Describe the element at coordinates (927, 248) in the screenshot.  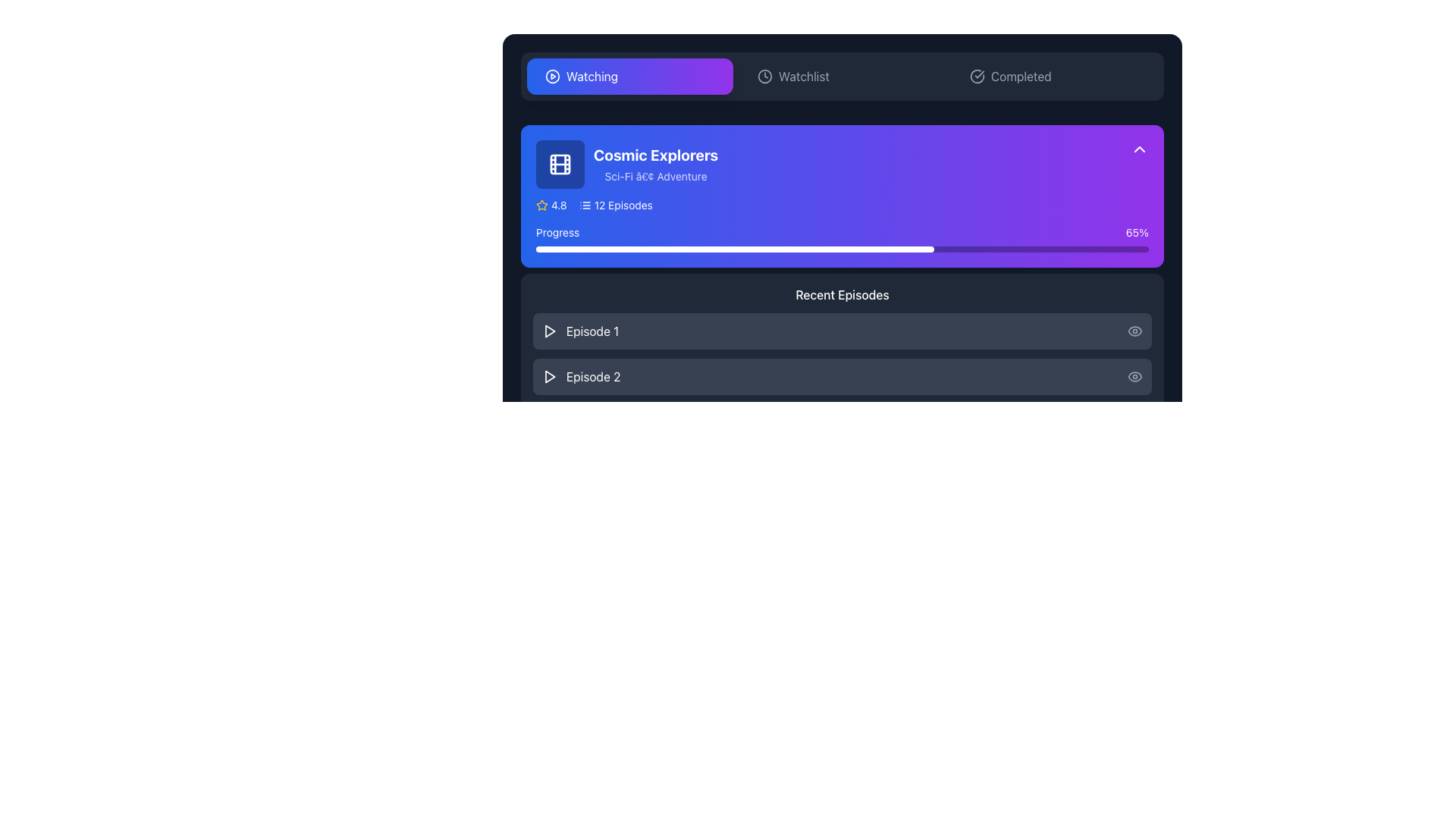
I see `progress bar` at that location.